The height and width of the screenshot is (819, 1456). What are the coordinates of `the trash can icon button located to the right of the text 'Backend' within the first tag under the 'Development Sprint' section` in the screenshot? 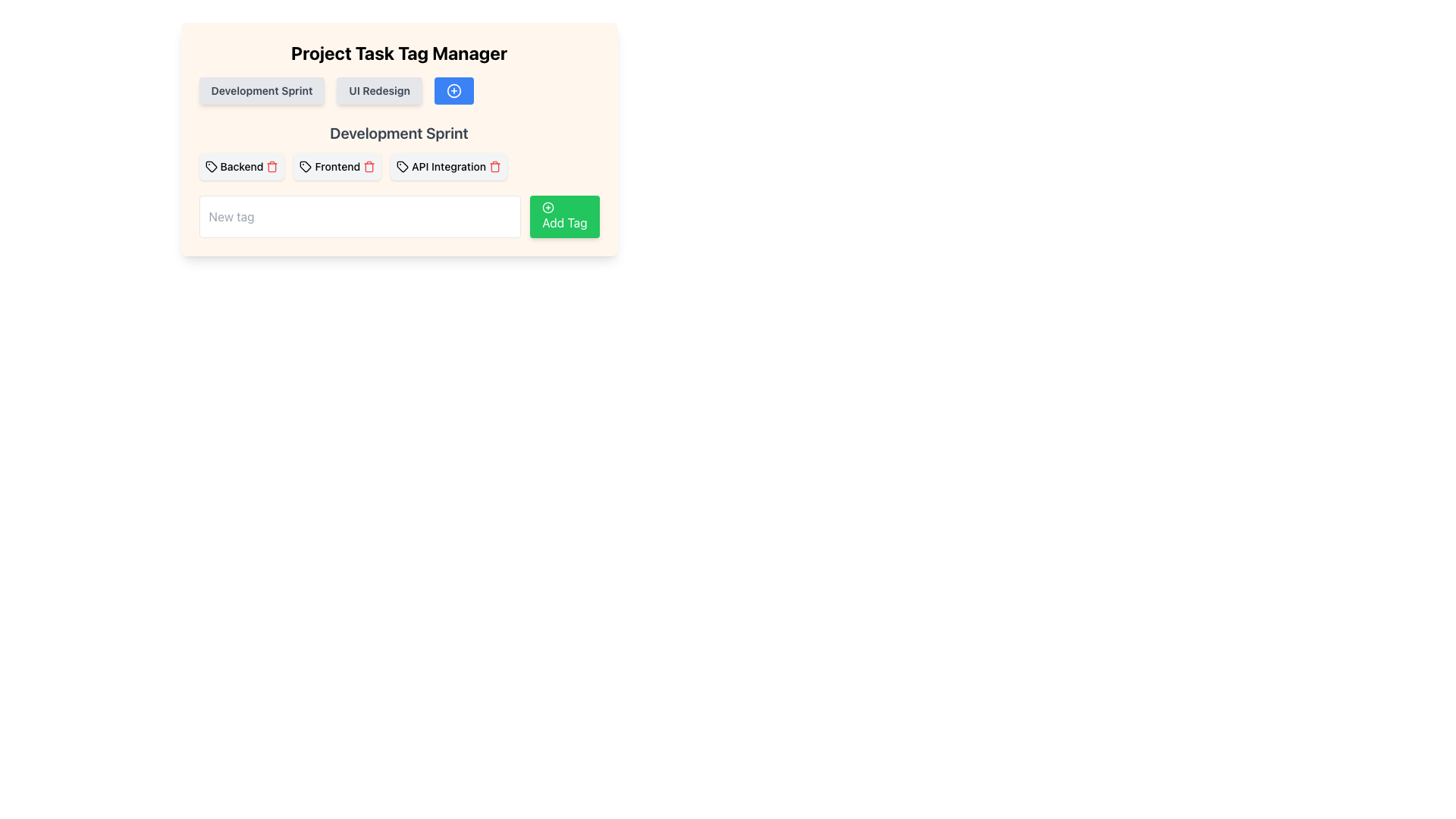 It's located at (272, 166).